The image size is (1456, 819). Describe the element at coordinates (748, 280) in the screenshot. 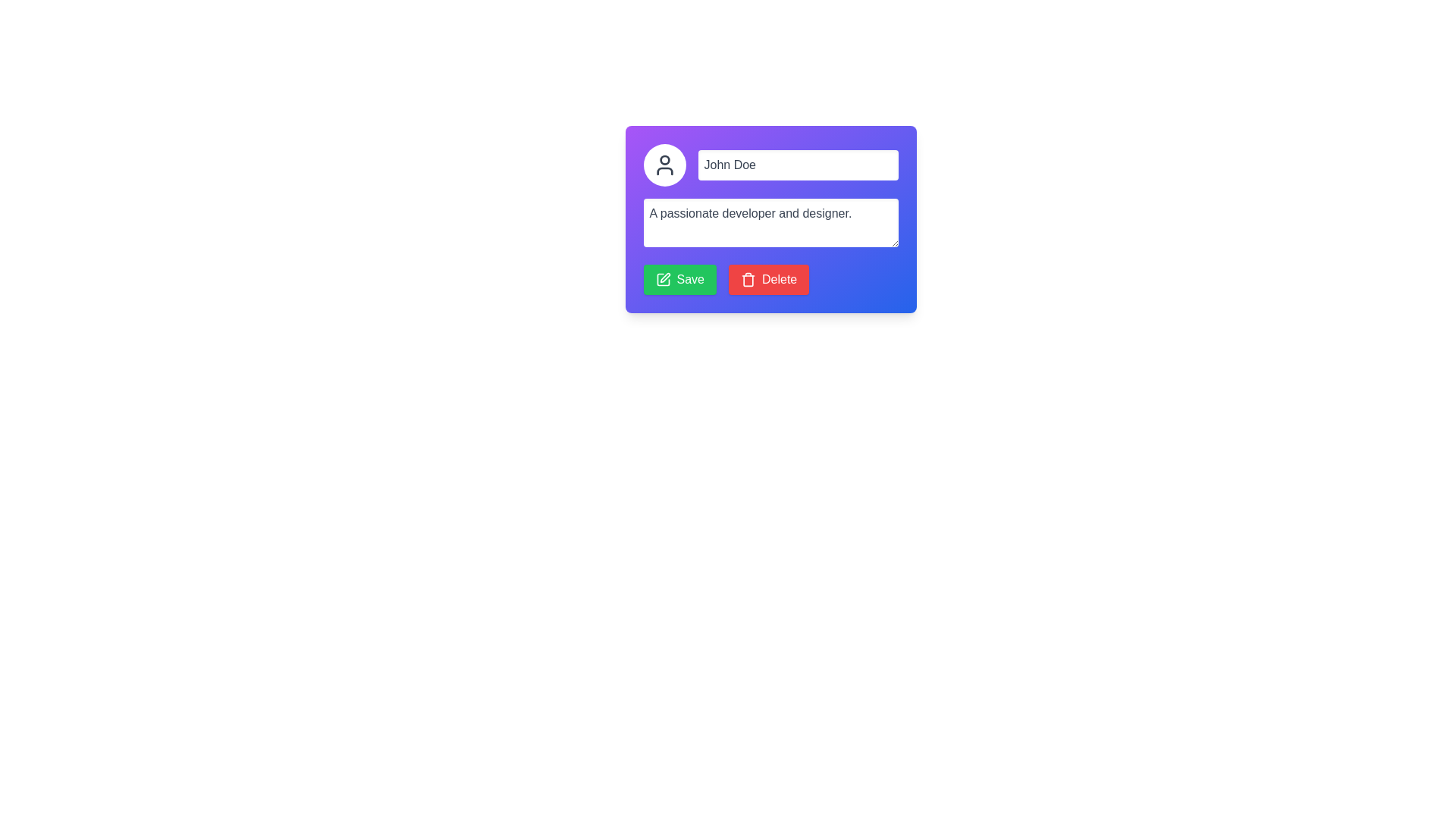

I see `the 'Delete' button icon, which visually represents the action 'Delete' and is located to the left of its textual label` at that location.